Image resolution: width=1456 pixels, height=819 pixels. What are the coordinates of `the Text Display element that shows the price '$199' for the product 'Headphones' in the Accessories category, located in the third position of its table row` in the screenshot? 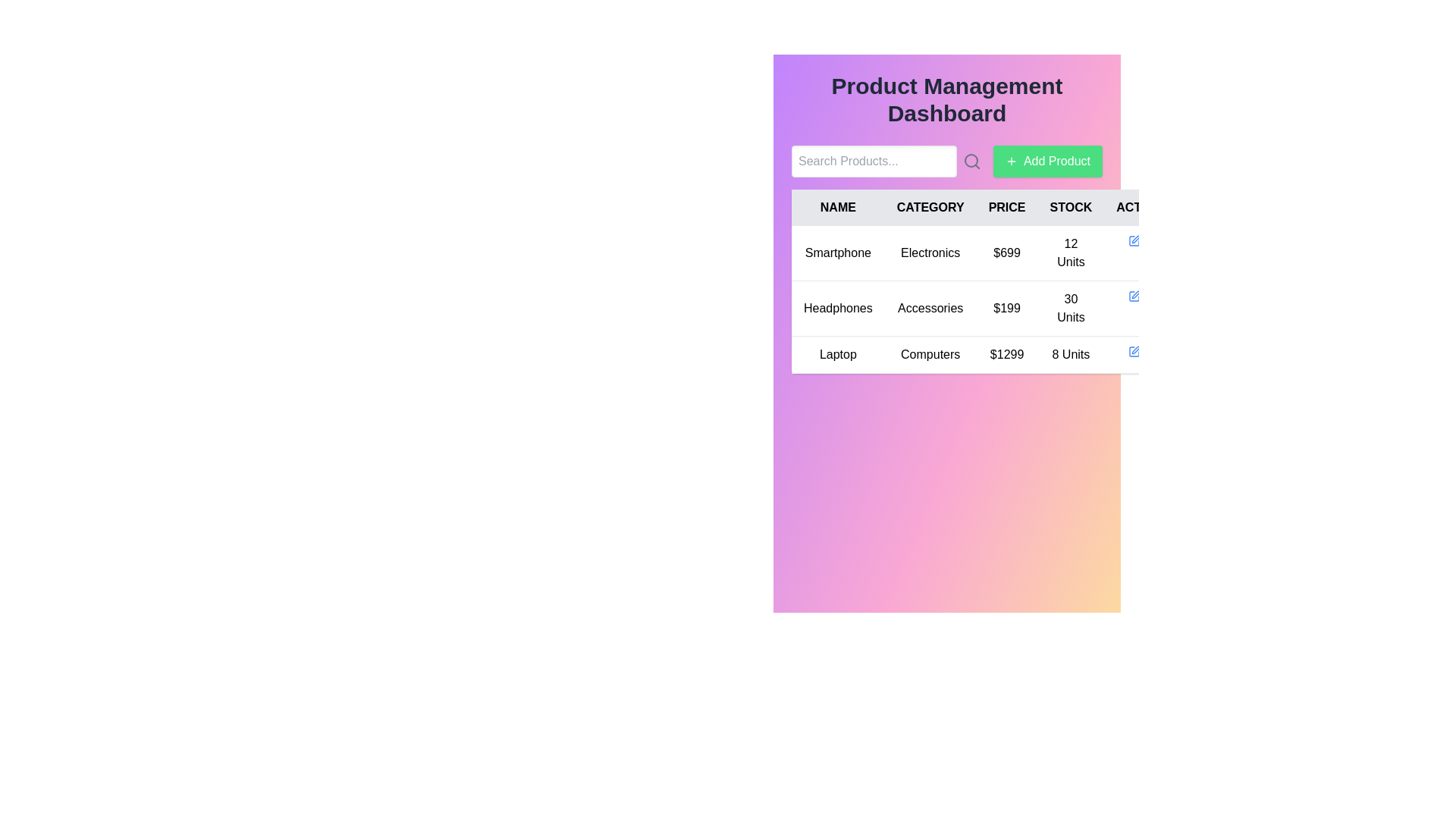 It's located at (1007, 308).